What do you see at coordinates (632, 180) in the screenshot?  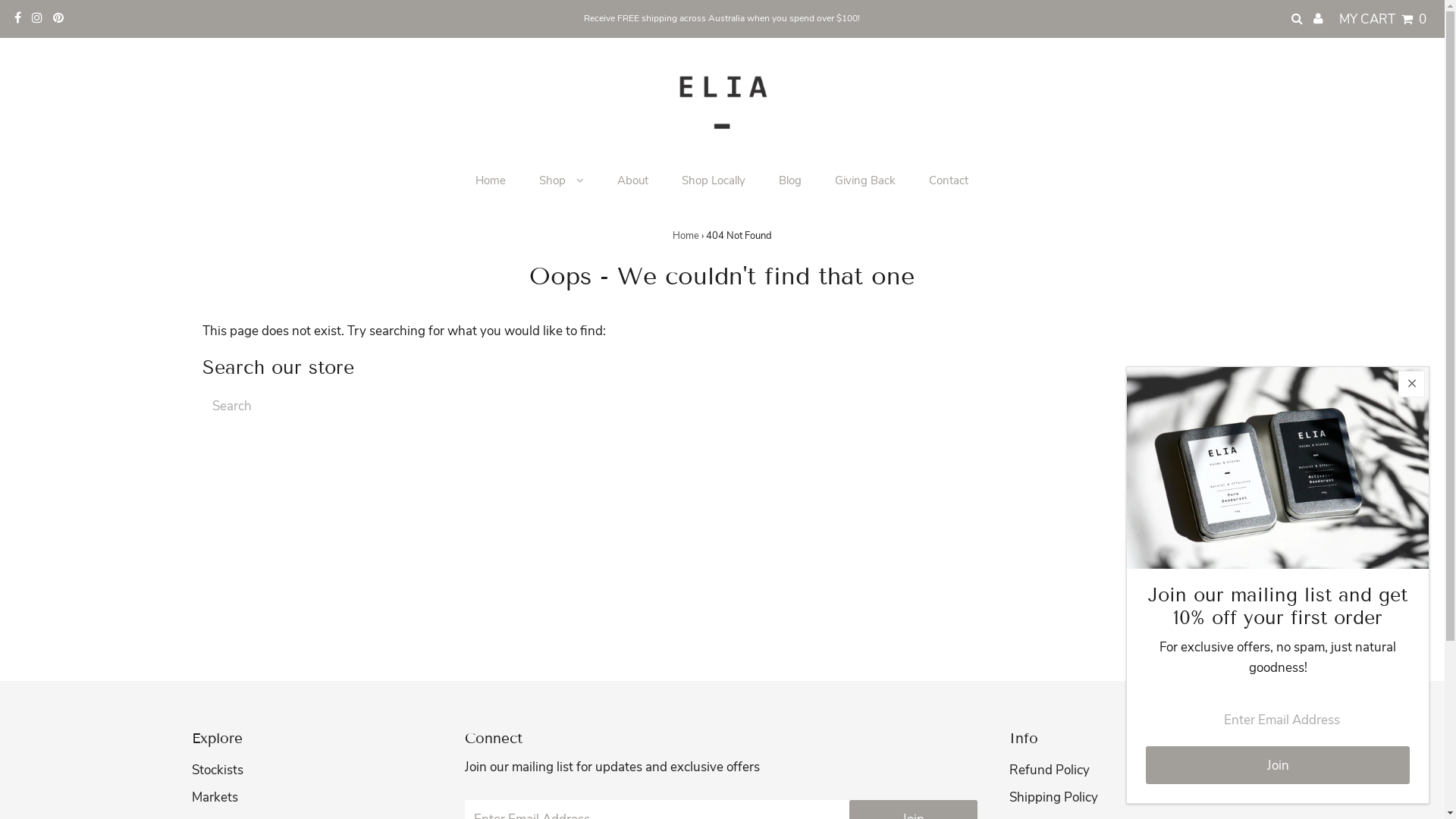 I see `'About'` at bounding box center [632, 180].